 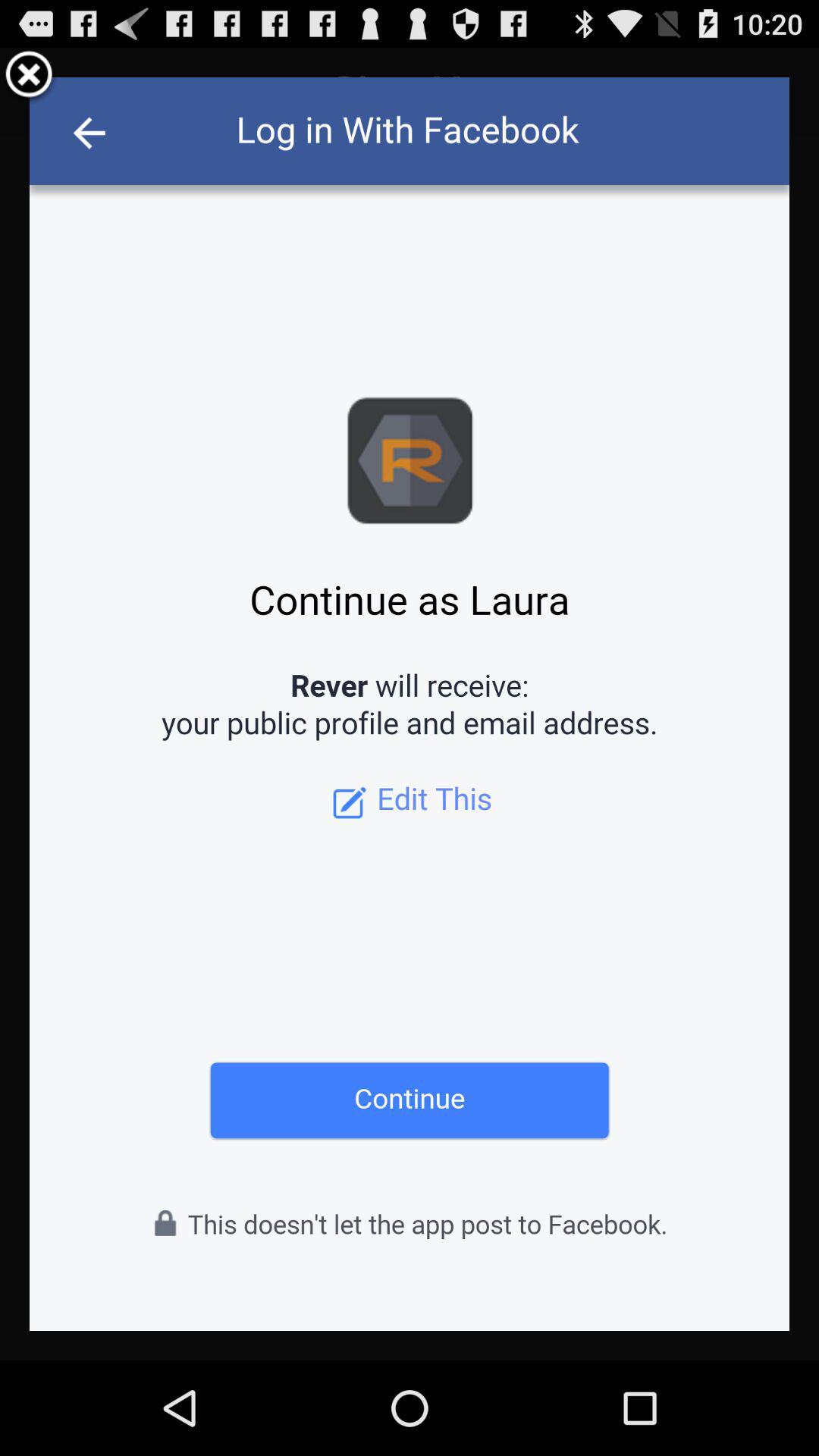 I want to click on to close the current page, so click(x=29, y=76).